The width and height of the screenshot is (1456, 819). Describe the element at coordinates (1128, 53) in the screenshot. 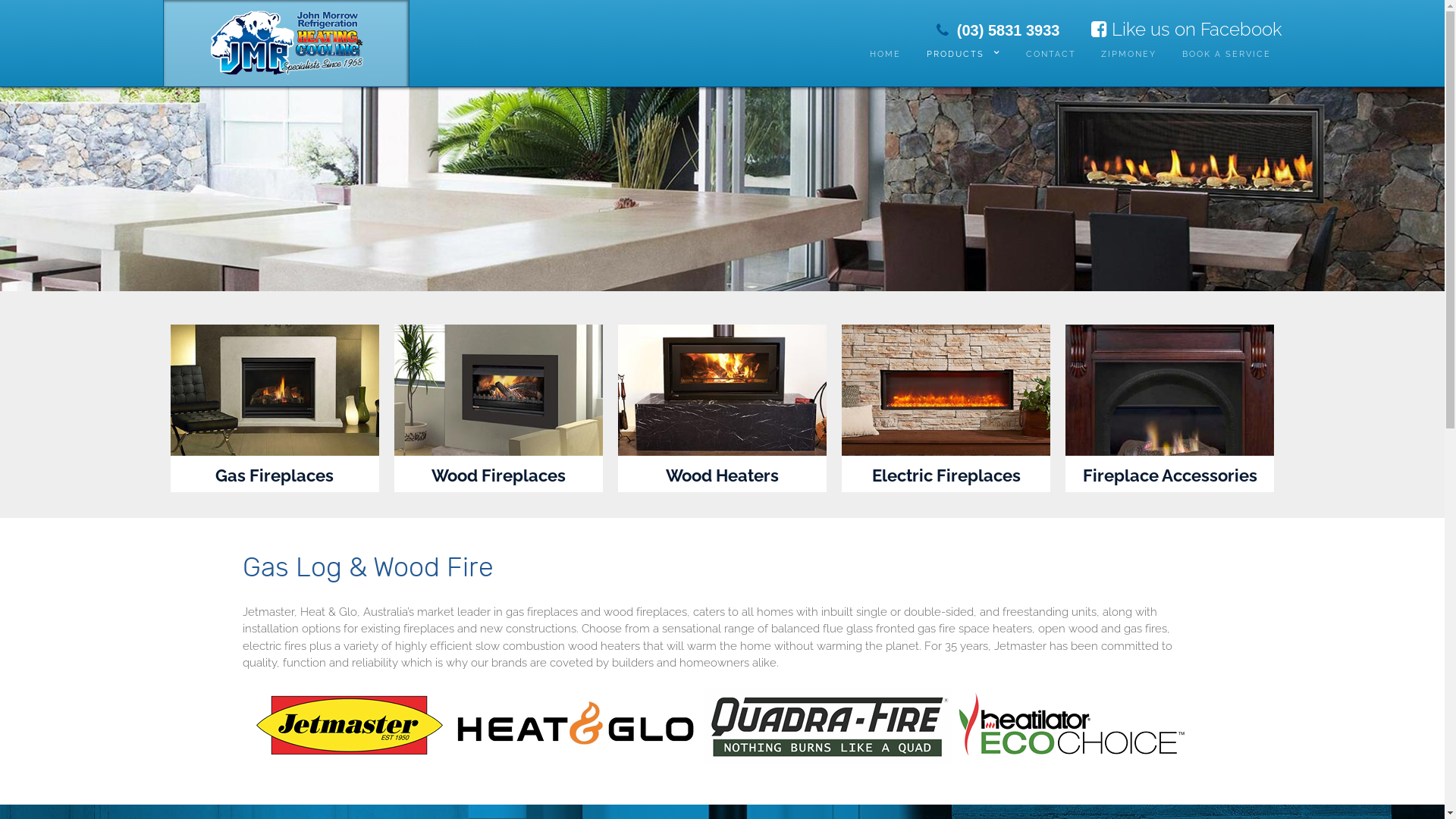

I see `'ZIPMONEY'` at that location.